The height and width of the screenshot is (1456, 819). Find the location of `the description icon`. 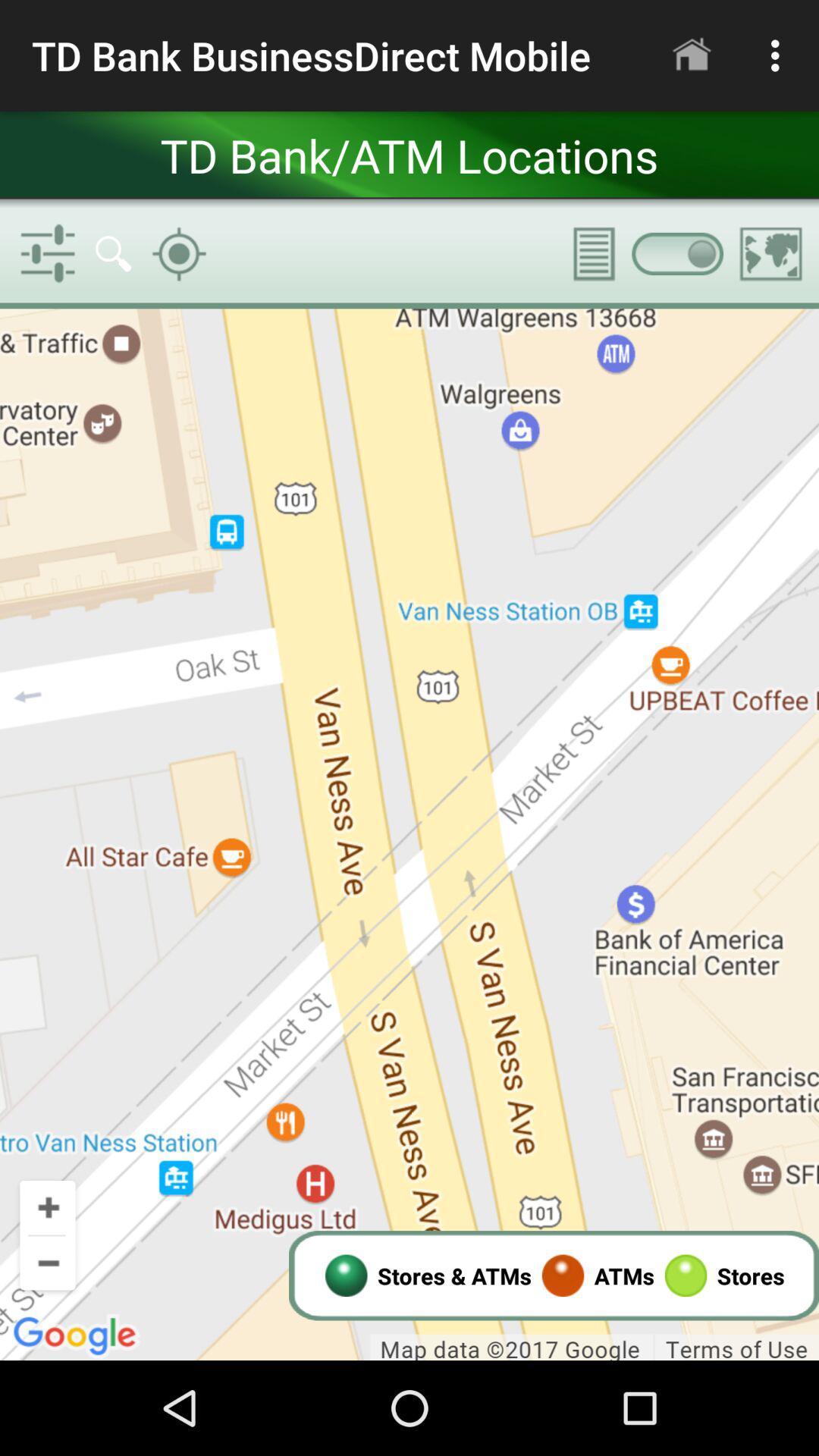

the description icon is located at coordinates (583, 253).